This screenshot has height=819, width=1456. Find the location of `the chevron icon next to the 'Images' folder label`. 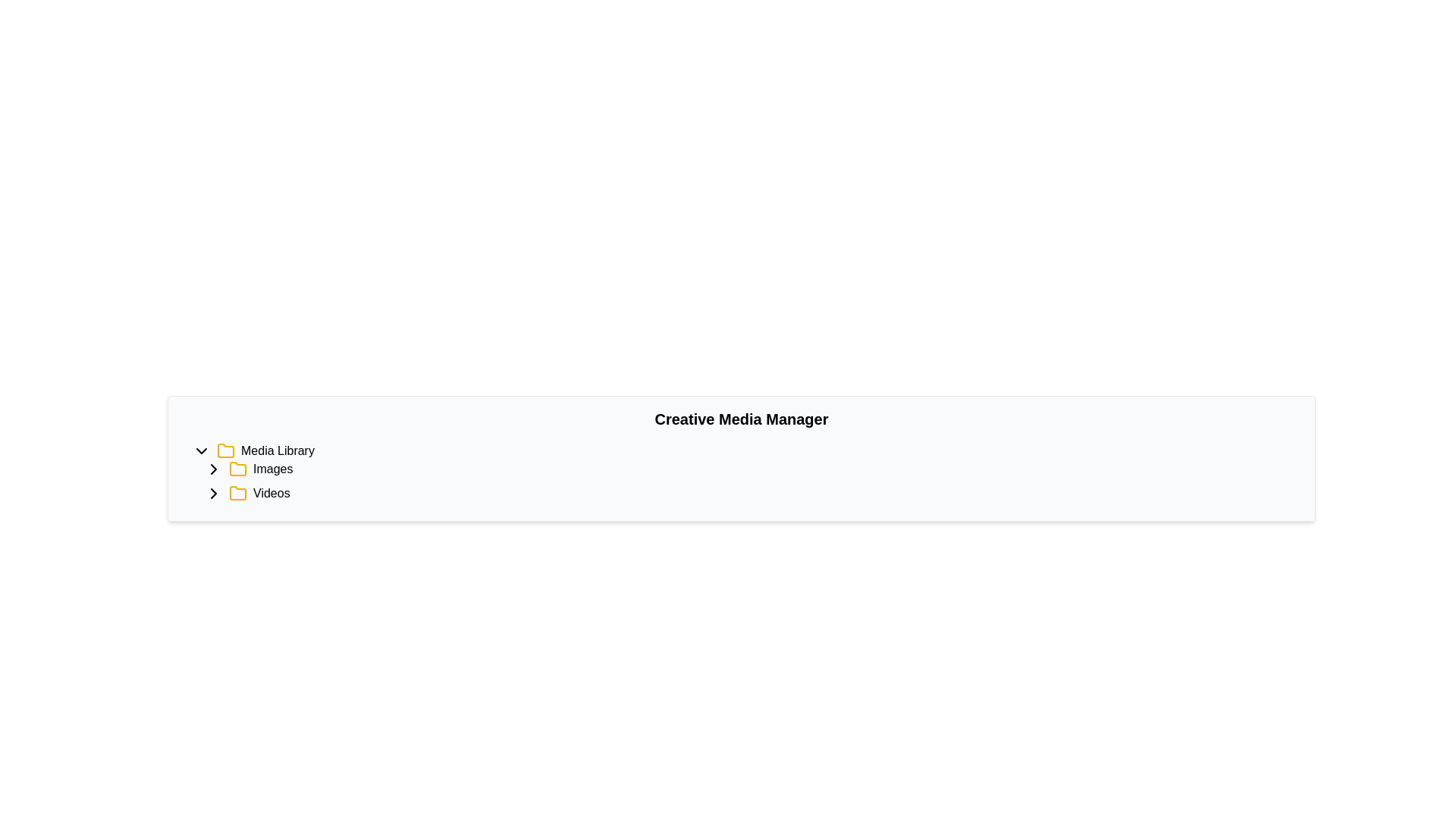

the chevron icon next to the 'Images' folder label is located at coordinates (213, 468).